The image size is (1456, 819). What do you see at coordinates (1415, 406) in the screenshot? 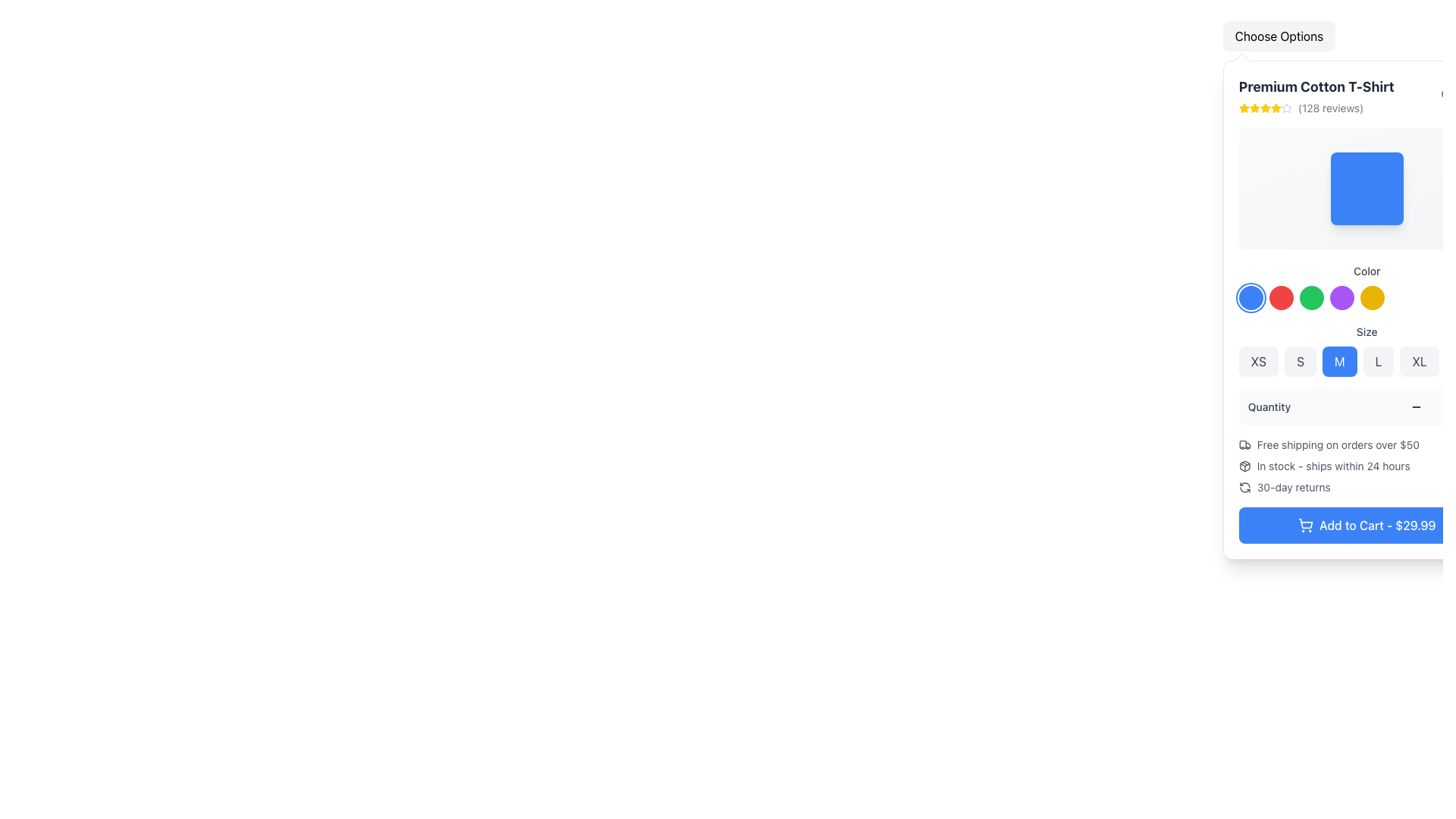
I see `the decrement button located in the 'Quantity' section of the product details page, next to the quantity input field` at bounding box center [1415, 406].